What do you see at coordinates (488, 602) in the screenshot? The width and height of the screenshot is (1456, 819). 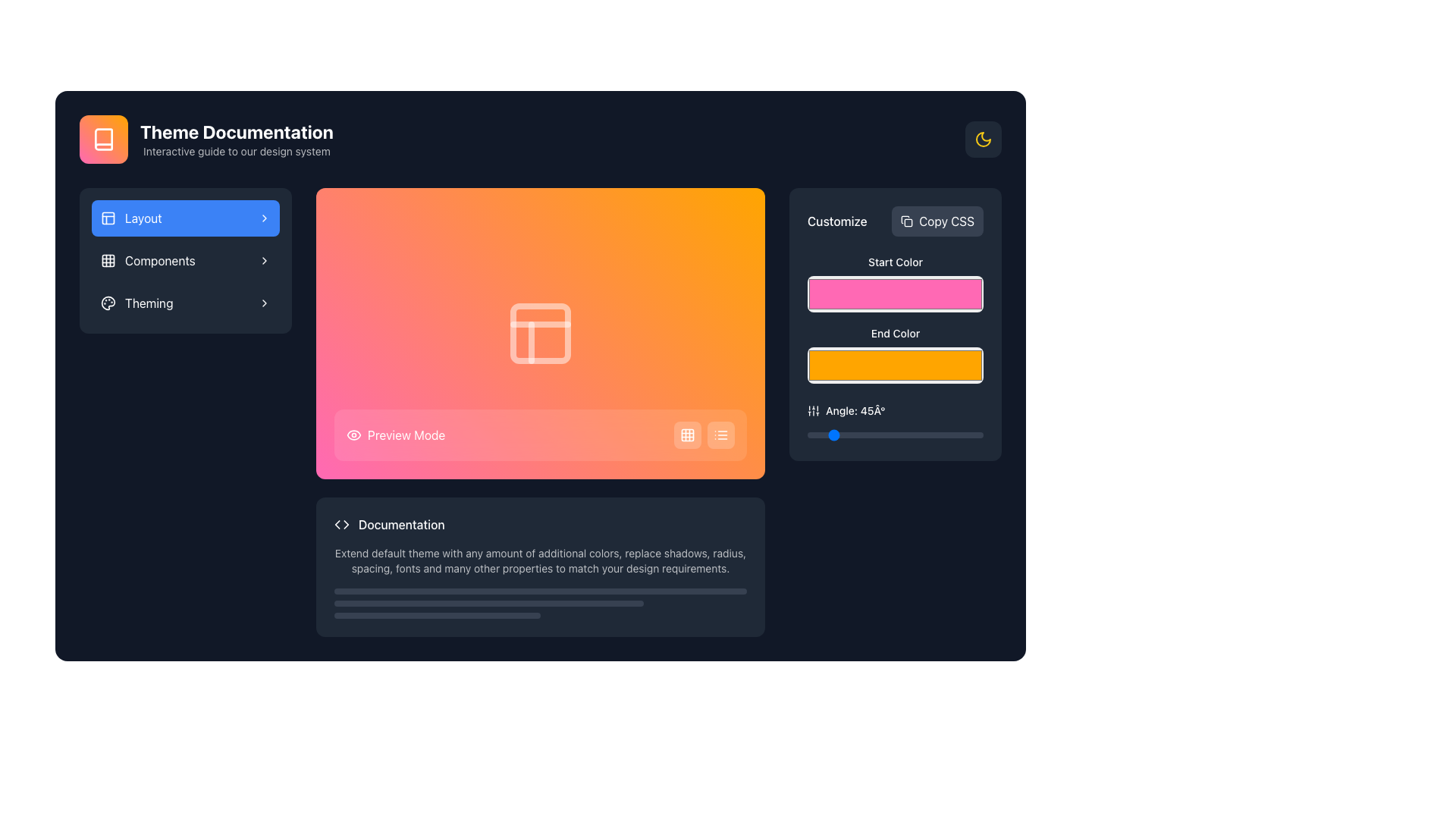 I see `the second horizontal progress indicator bar, which is a narrow dark gray rounded bar located between a full-width bar above and a half-width bar below` at bounding box center [488, 602].